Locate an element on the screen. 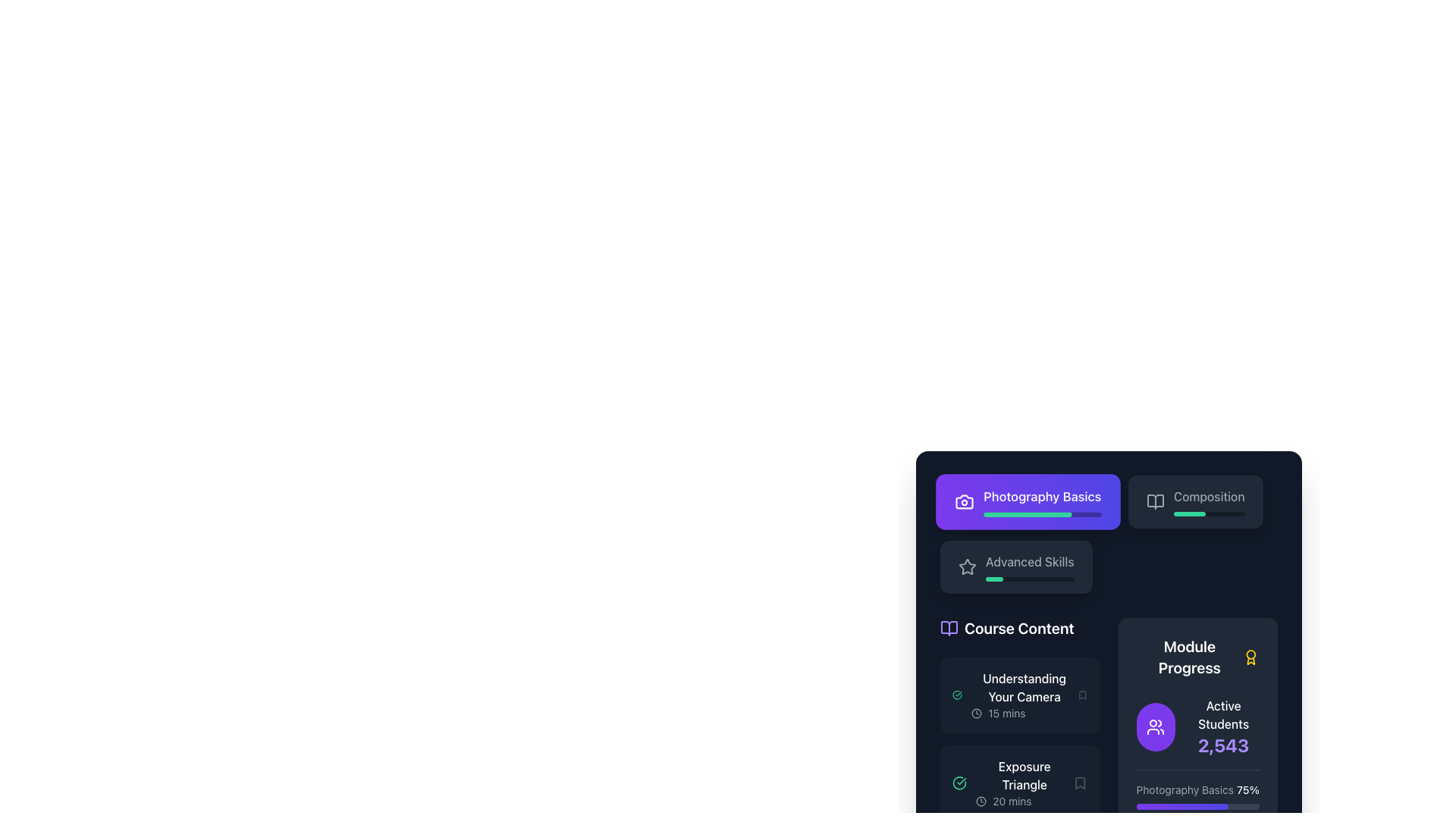  the bookmark icon located at the right end of the 'Exposure Triangle' list item is located at coordinates (1079, 783).